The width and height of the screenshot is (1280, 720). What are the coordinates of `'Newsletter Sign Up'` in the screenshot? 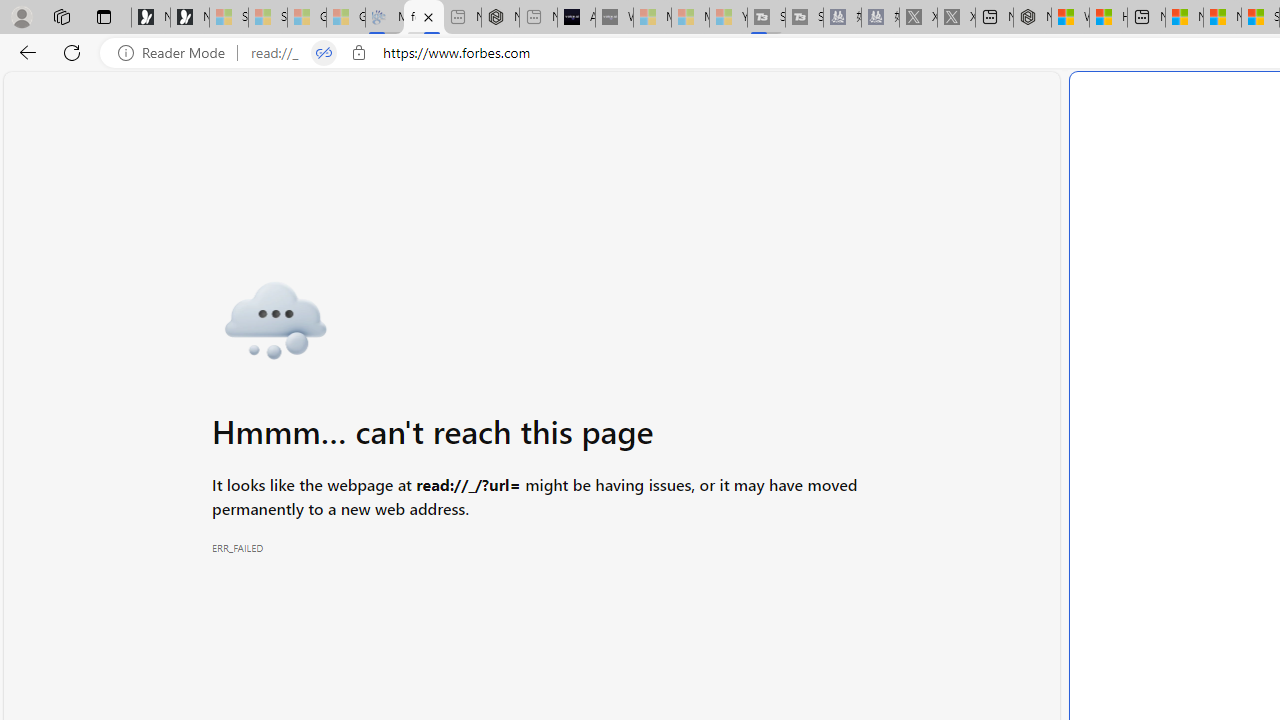 It's located at (190, 17).